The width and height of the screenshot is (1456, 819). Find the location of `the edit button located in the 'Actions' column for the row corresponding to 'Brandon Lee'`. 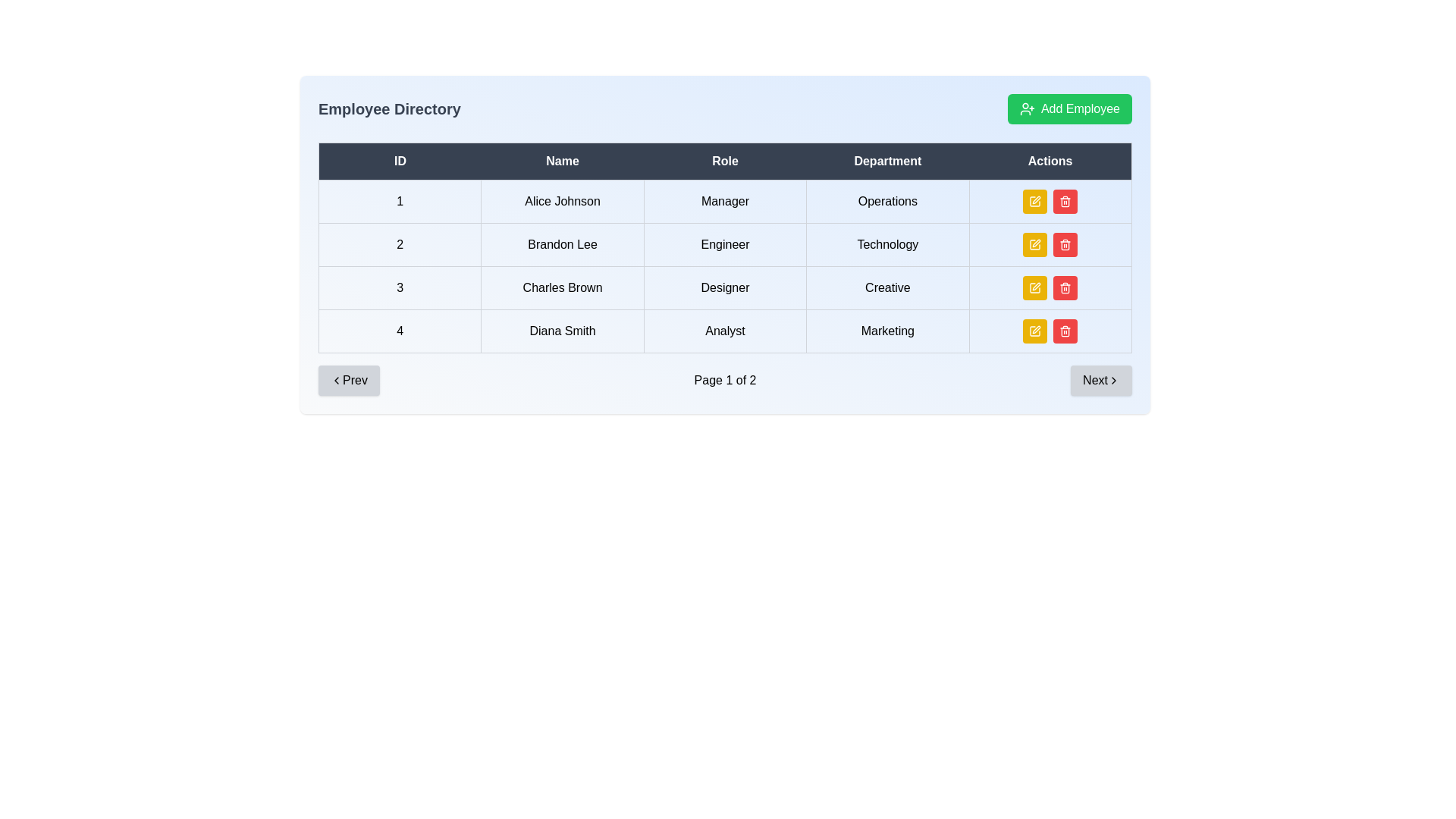

the edit button located in the 'Actions' column for the row corresponding to 'Brandon Lee' is located at coordinates (1034, 244).